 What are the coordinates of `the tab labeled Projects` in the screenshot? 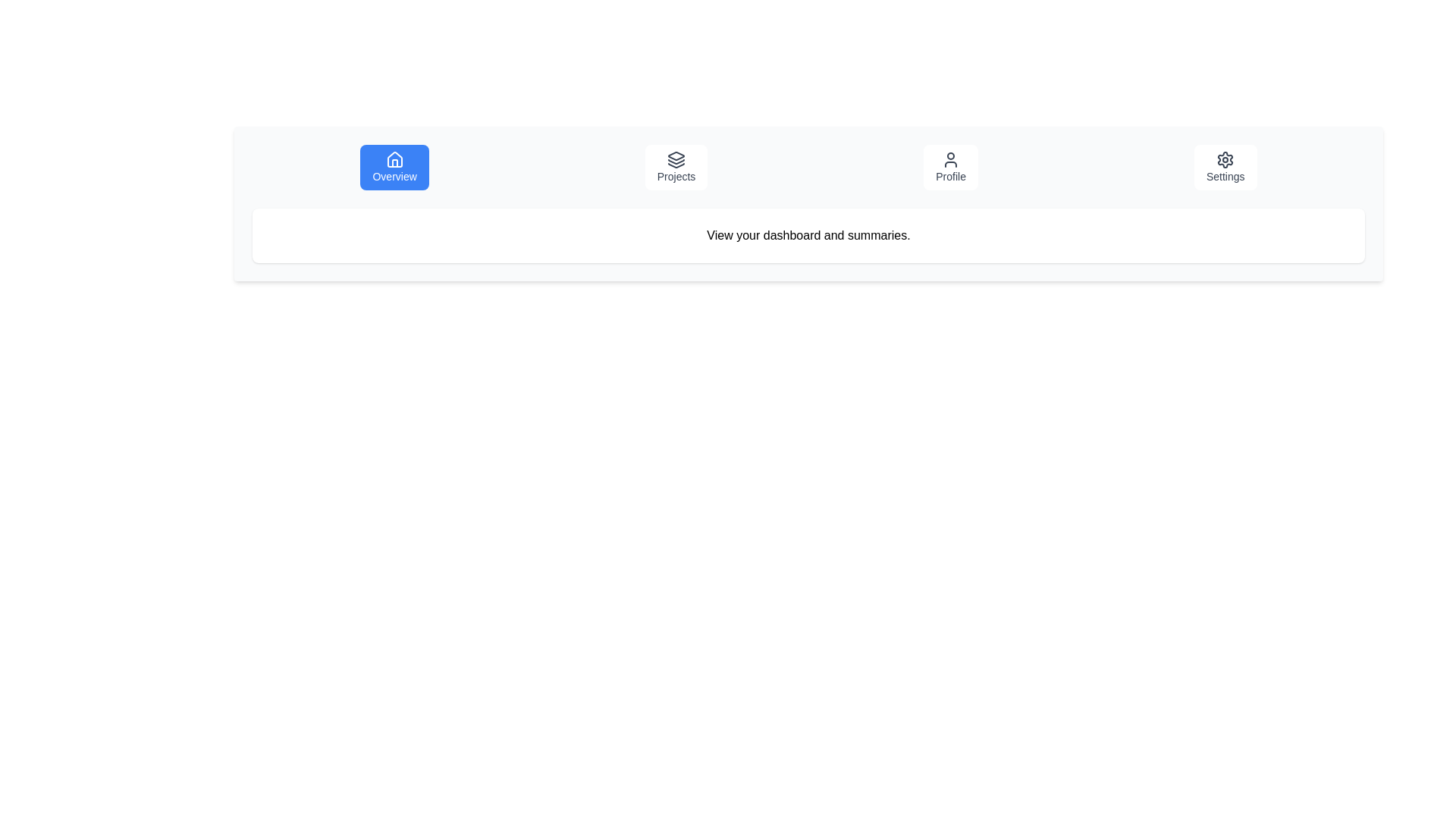 It's located at (676, 167).